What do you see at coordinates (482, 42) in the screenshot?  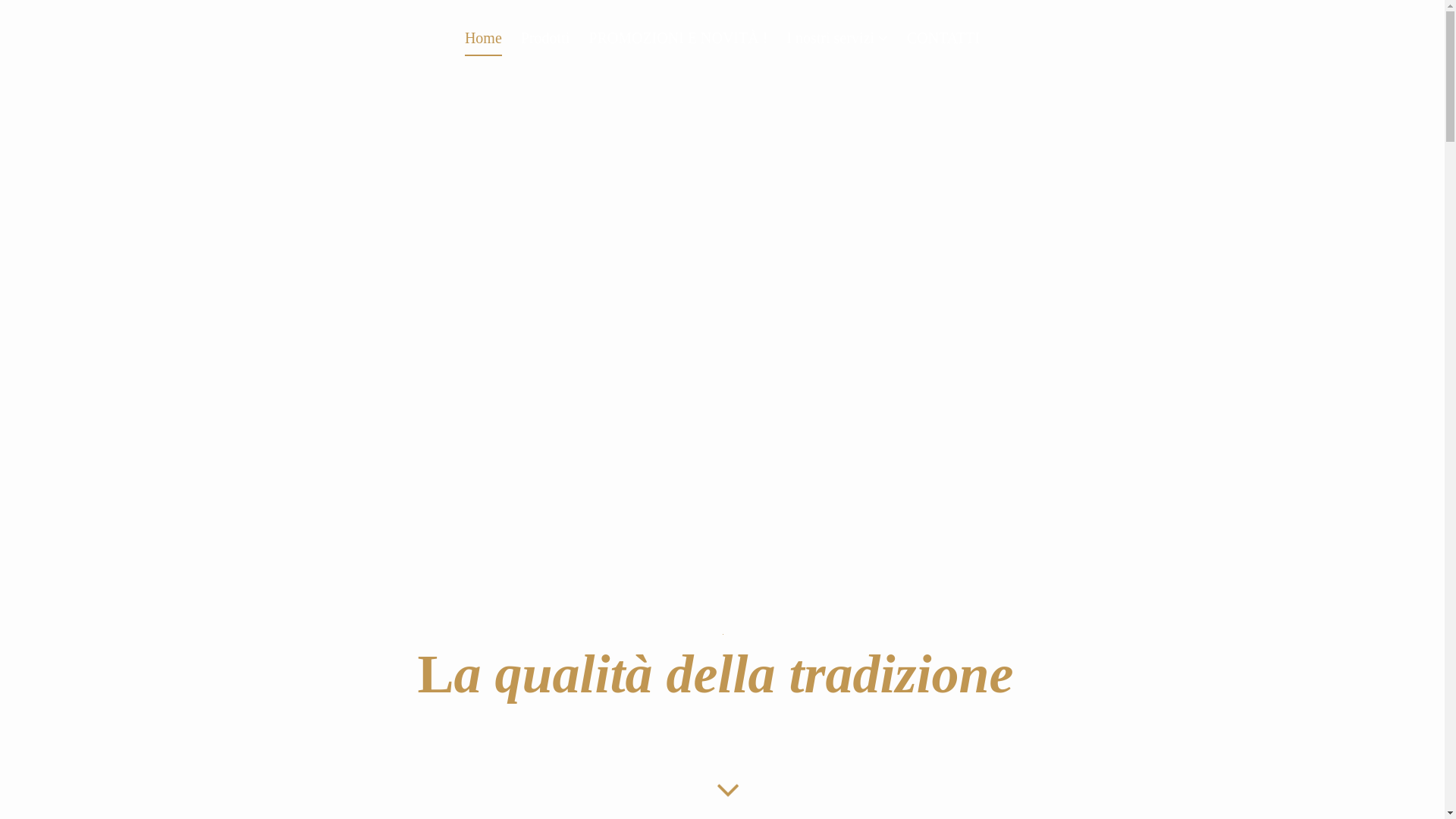 I see `'Home'` at bounding box center [482, 42].